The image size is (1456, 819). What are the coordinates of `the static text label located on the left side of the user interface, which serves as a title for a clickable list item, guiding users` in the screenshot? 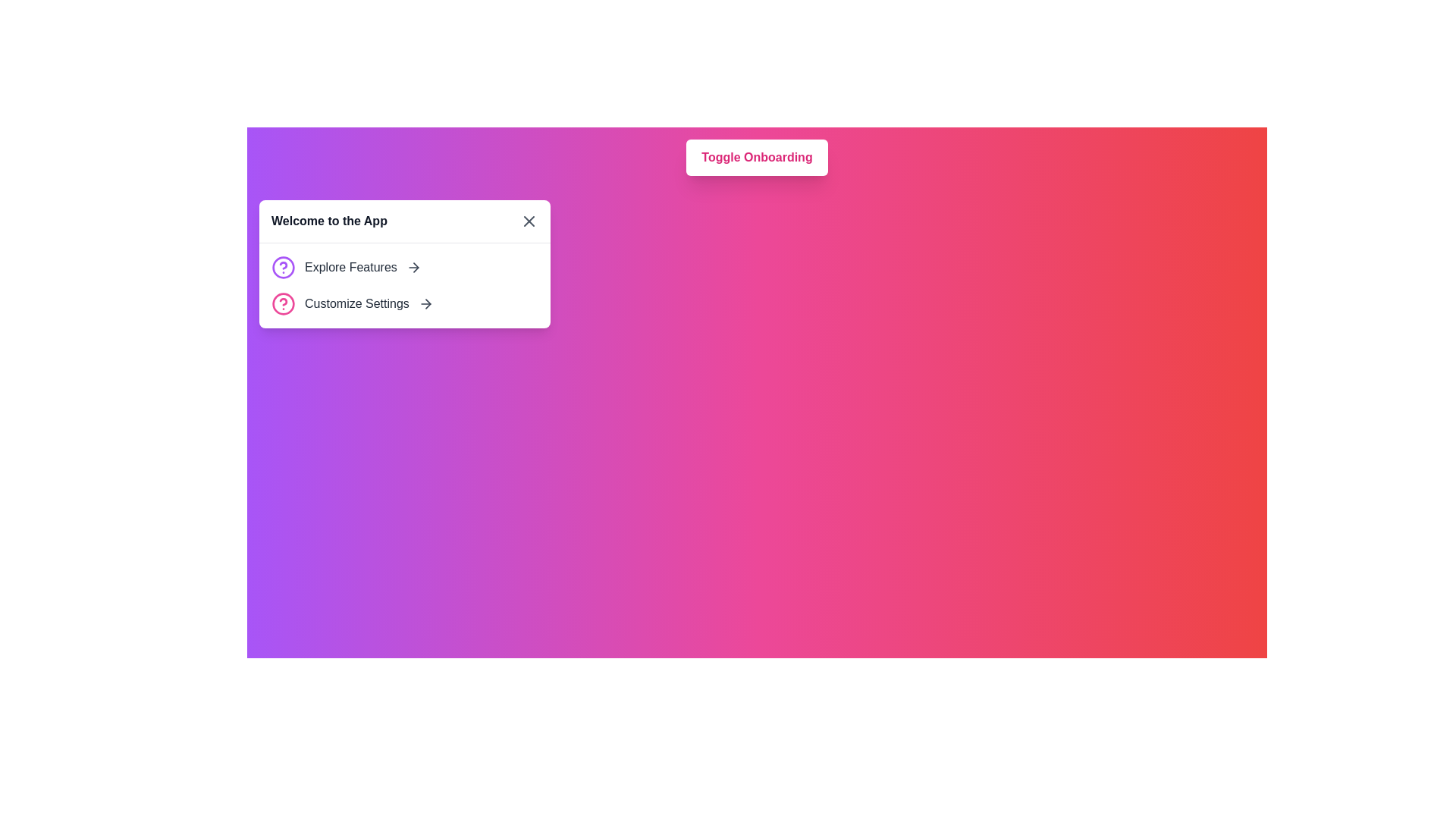 It's located at (350, 267).